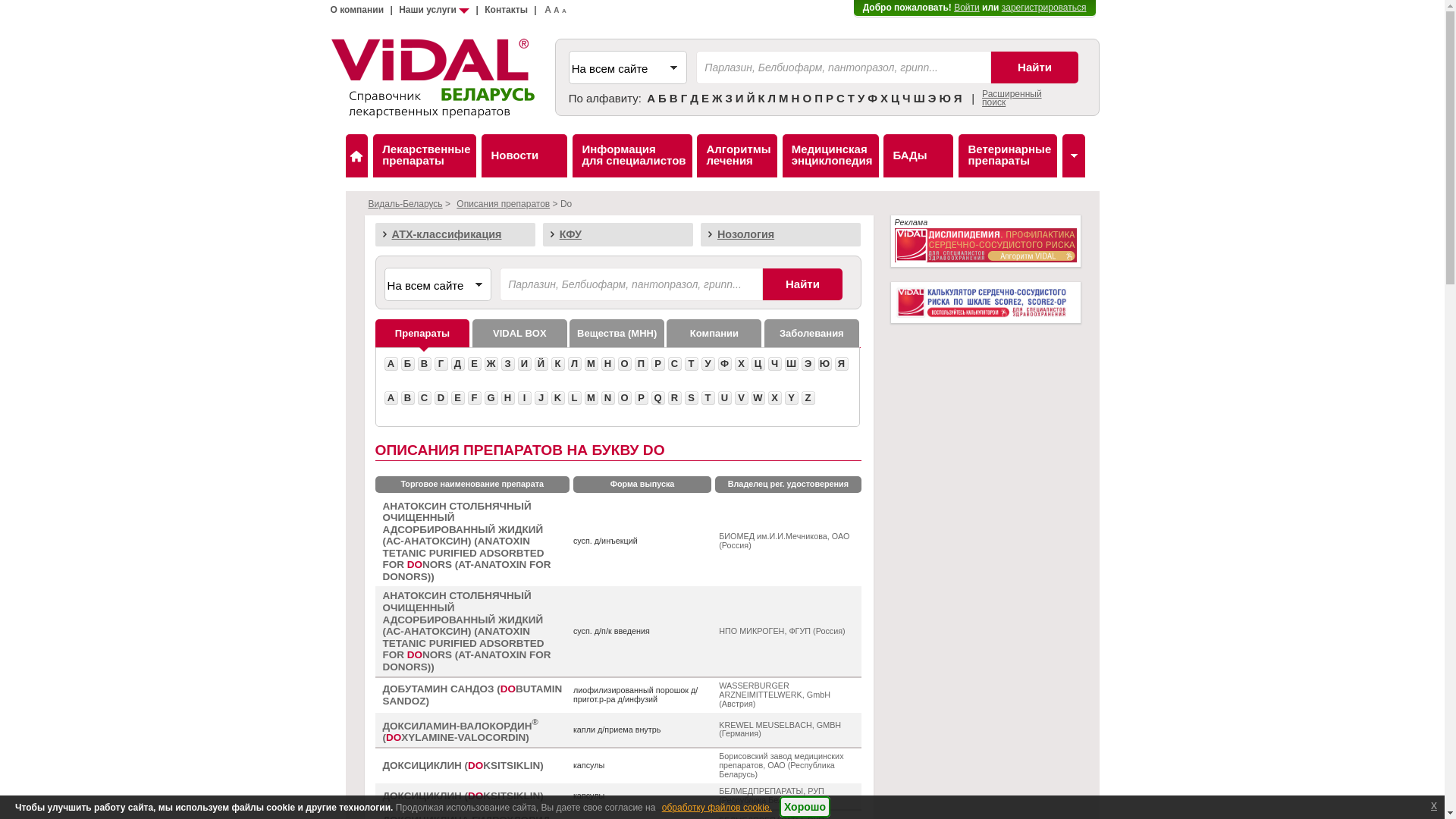 This screenshot has height=819, width=1456. Describe the element at coordinates (640, 397) in the screenshot. I see `'P'` at that location.